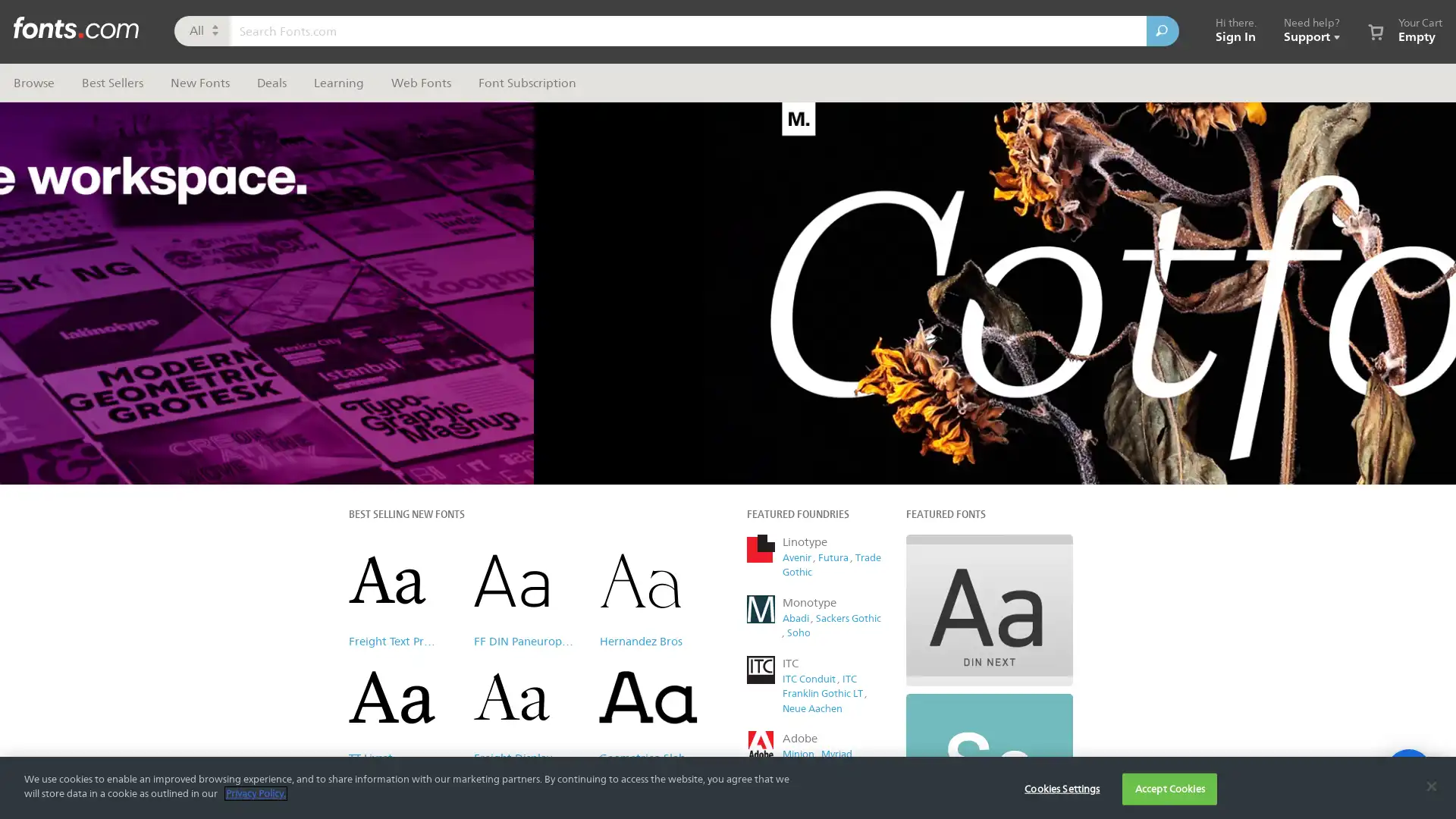 The image size is (1456, 819). What do you see at coordinates (1012, 109) in the screenshot?
I see `Close` at bounding box center [1012, 109].